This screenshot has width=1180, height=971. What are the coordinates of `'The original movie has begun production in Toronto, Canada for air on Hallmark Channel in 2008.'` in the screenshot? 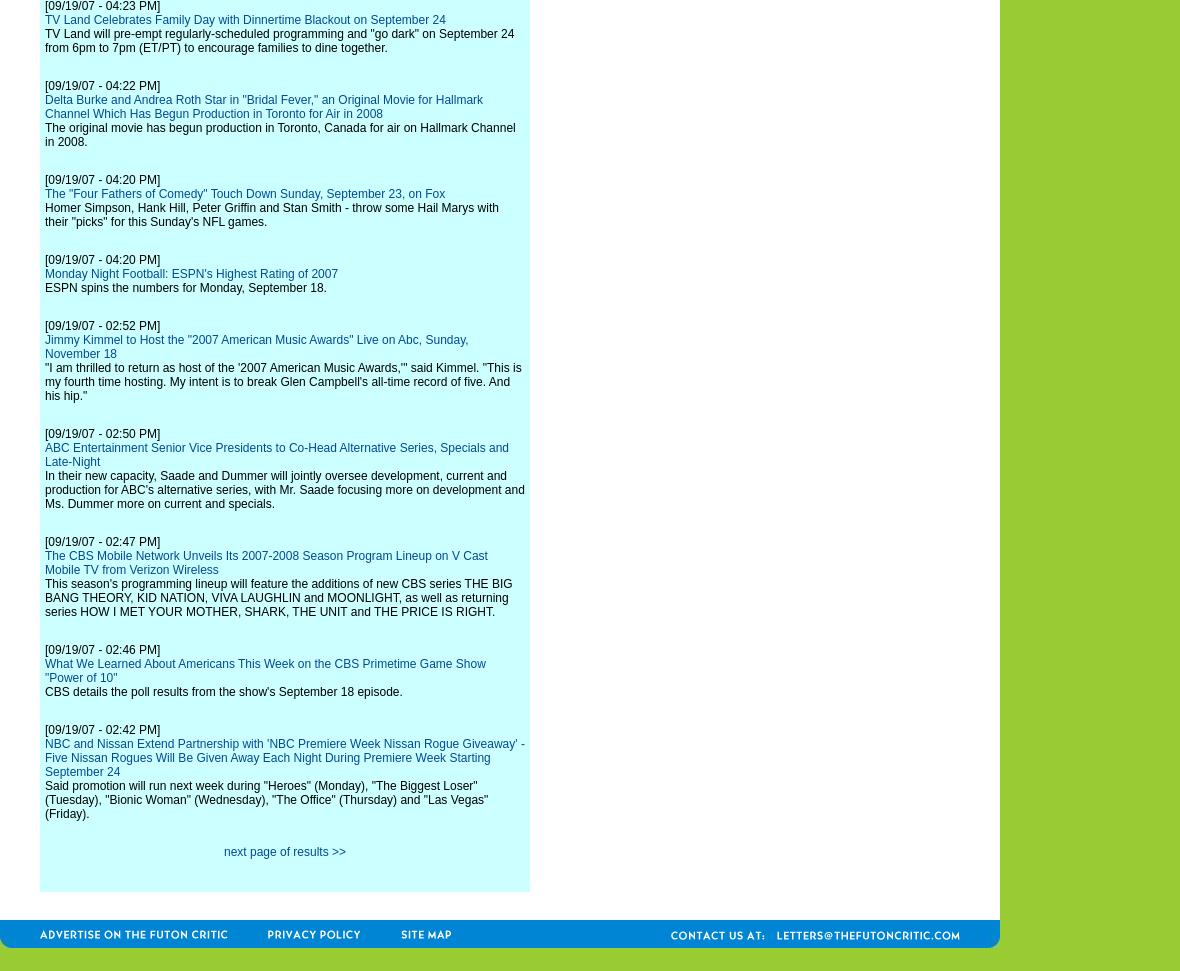 It's located at (280, 134).